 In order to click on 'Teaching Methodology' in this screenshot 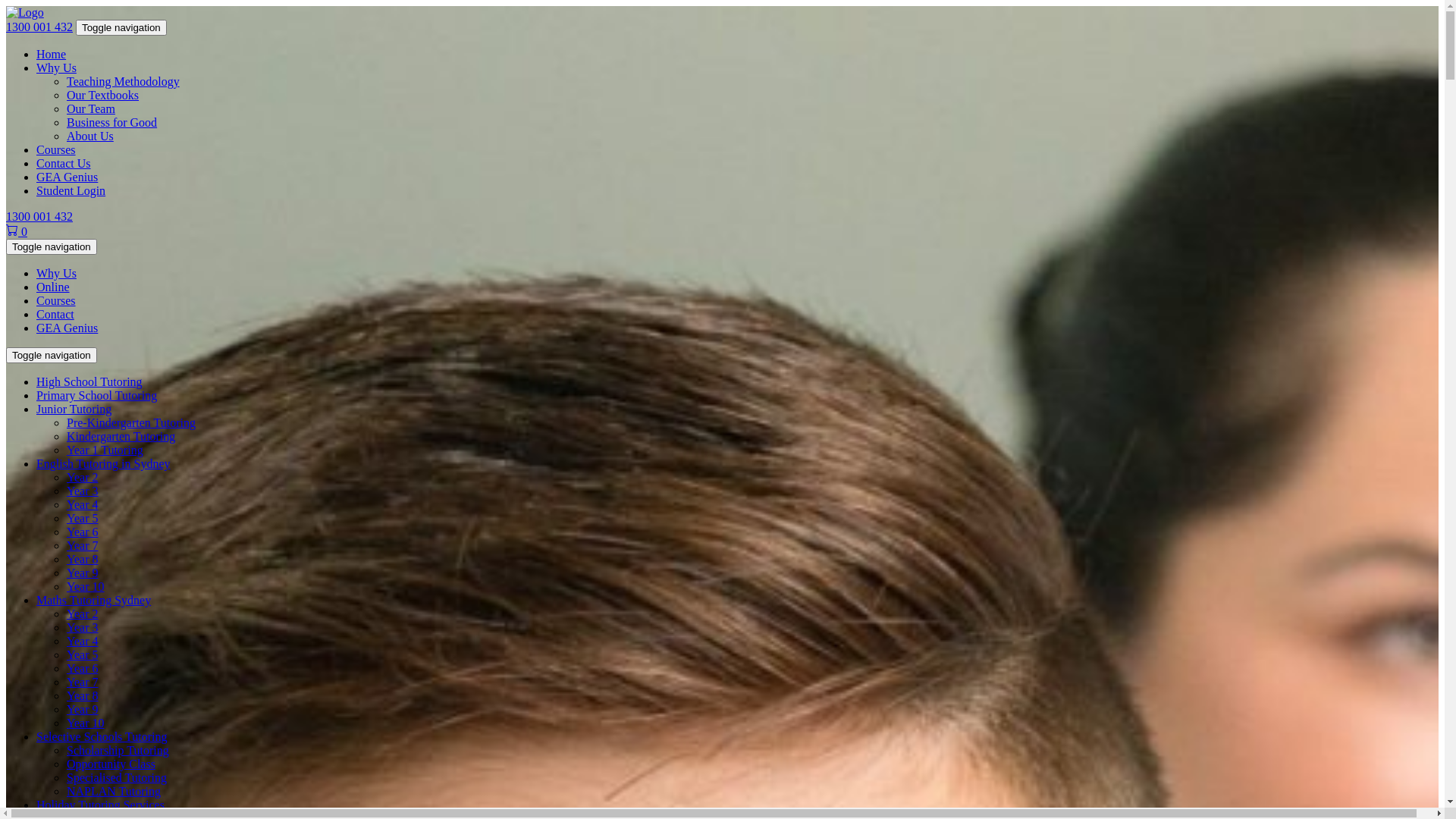, I will do `click(65, 81)`.